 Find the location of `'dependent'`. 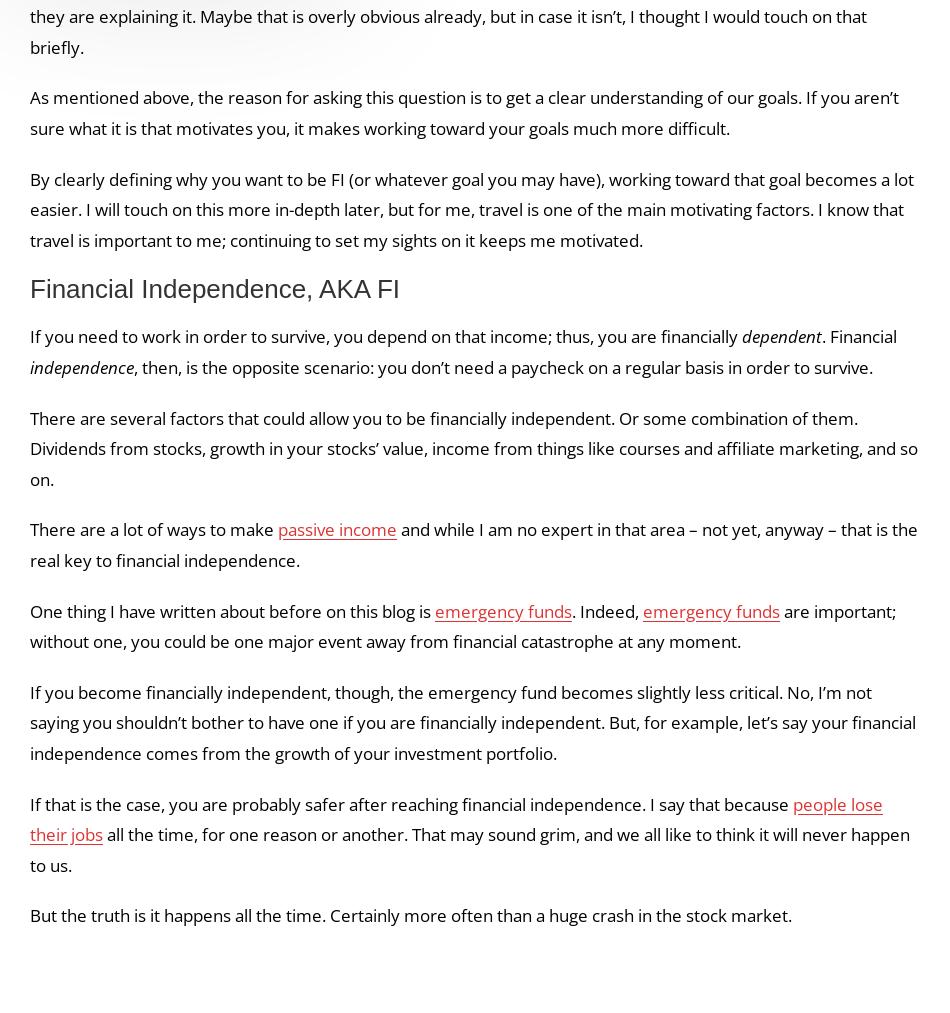

'dependent' is located at coordinates (781, 336).